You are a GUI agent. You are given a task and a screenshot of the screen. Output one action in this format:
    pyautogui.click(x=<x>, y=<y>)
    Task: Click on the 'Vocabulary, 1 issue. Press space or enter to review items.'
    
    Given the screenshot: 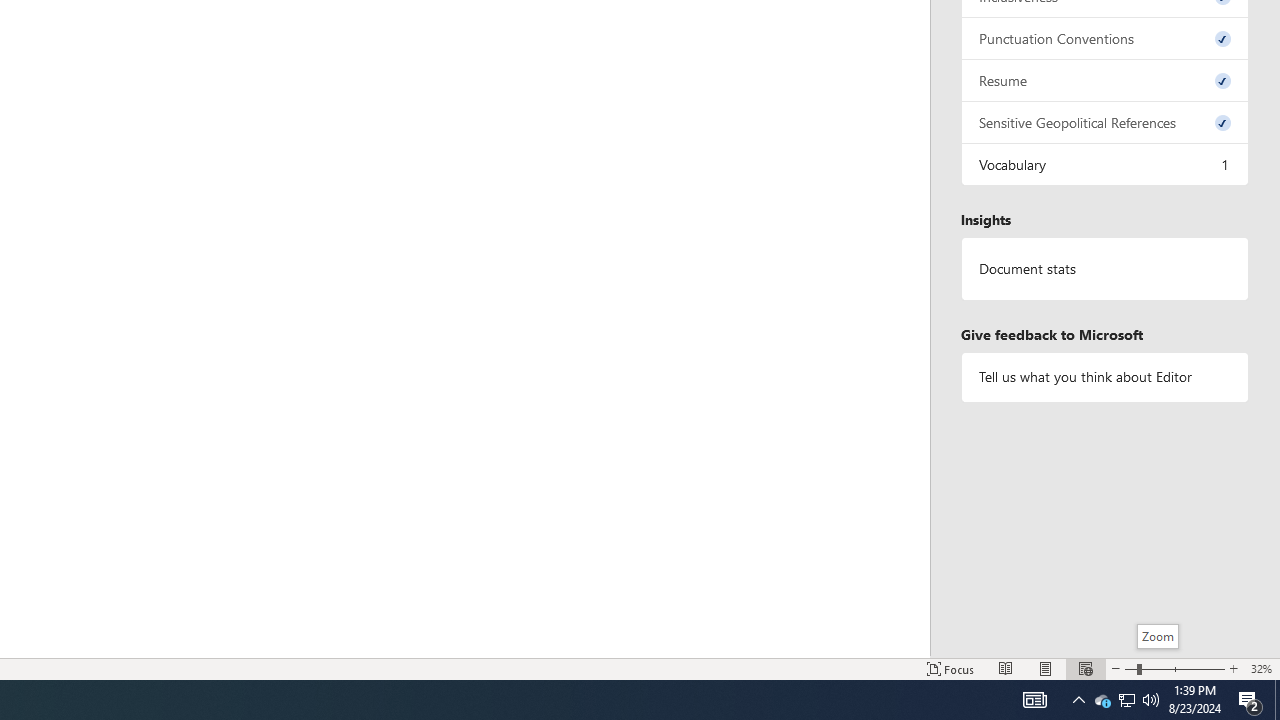 What is the action you would take?
    pyautogui.click(x=1104, y=163)
    